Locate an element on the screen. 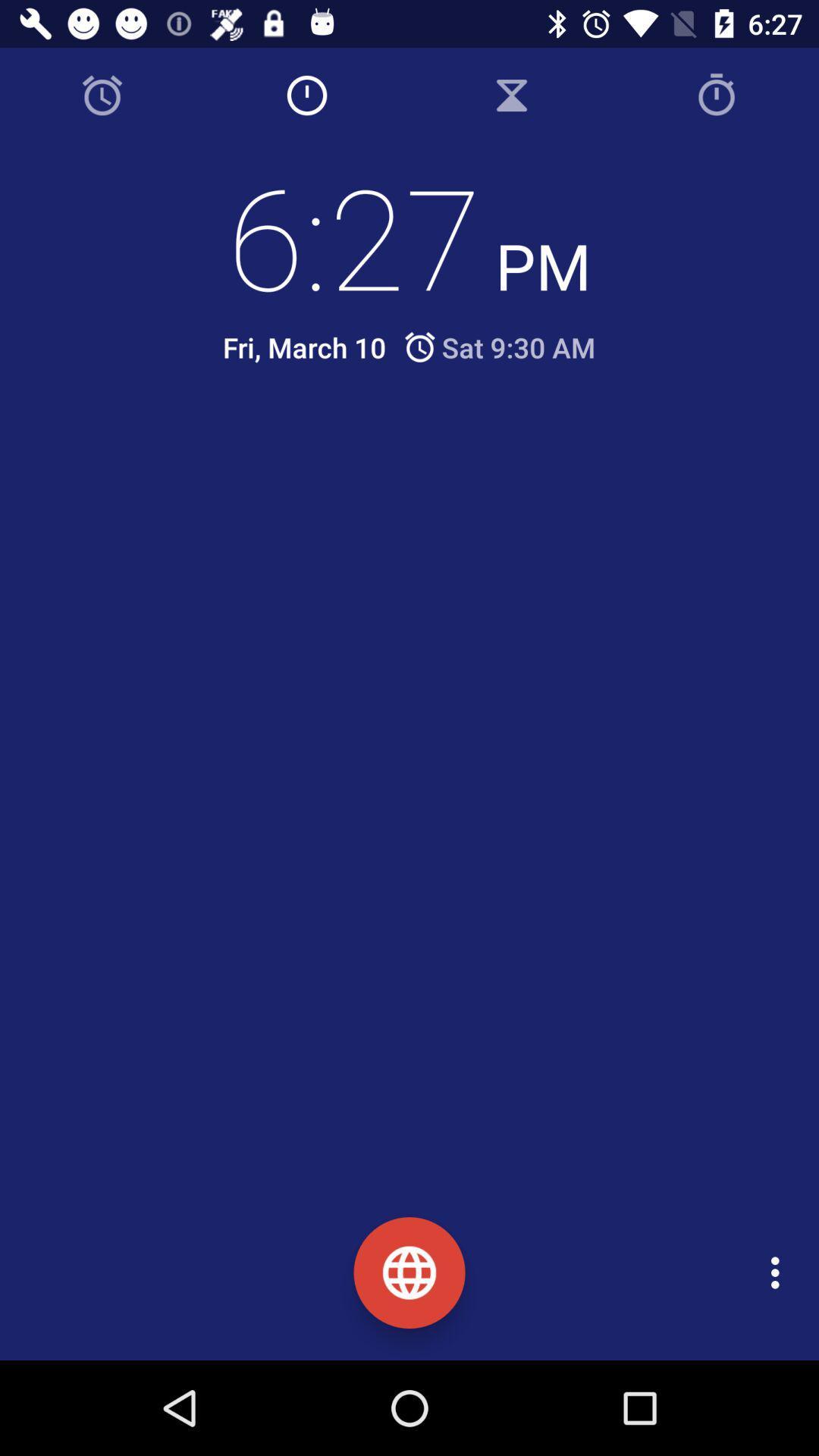 The height and width of the screenshot is (1456, 819). sat 9 30 is located at coordinates (498, 347).